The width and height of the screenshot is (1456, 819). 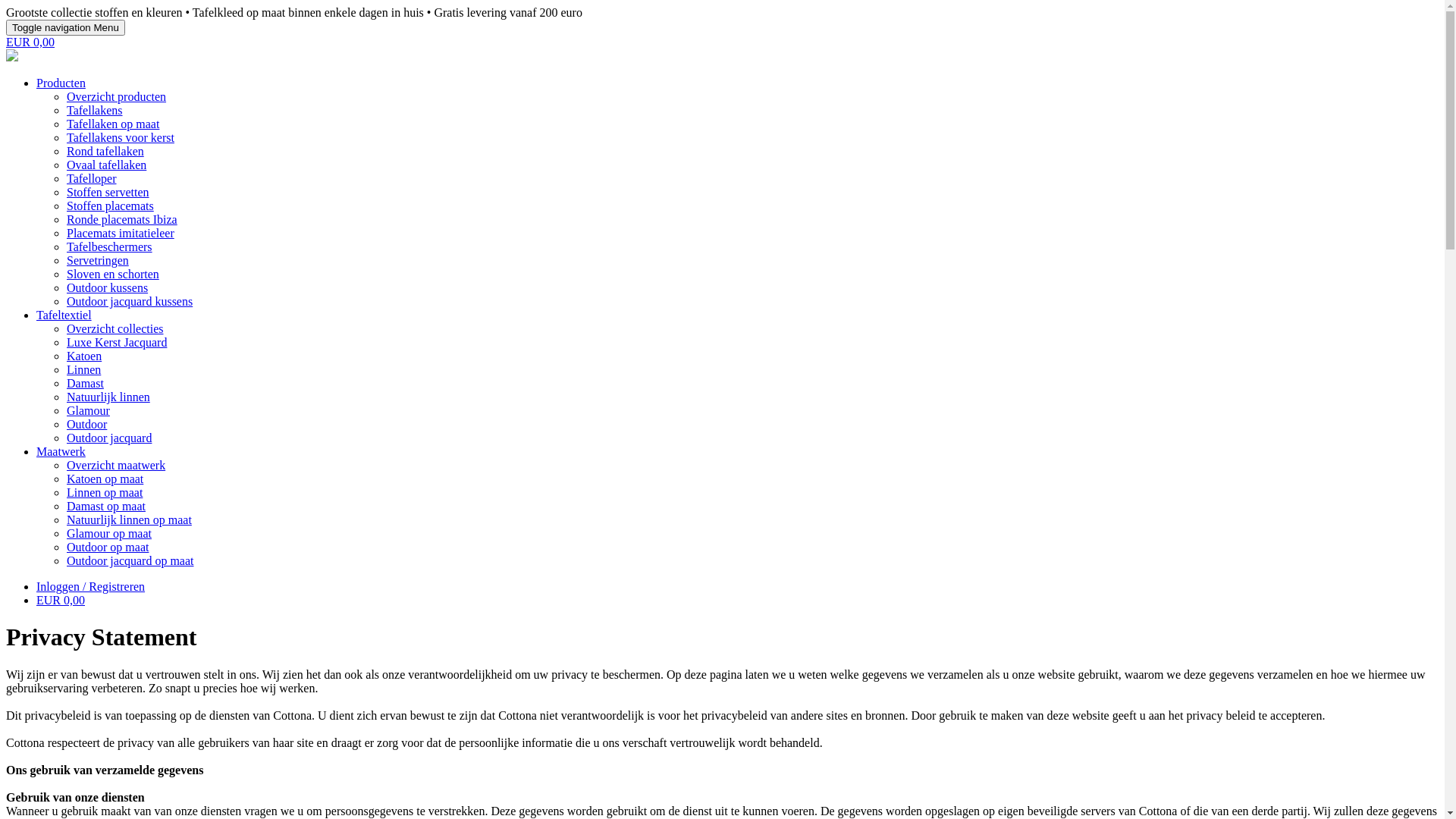 I want to click on 'Tafelbeschermers', so click(x=65, y=246).